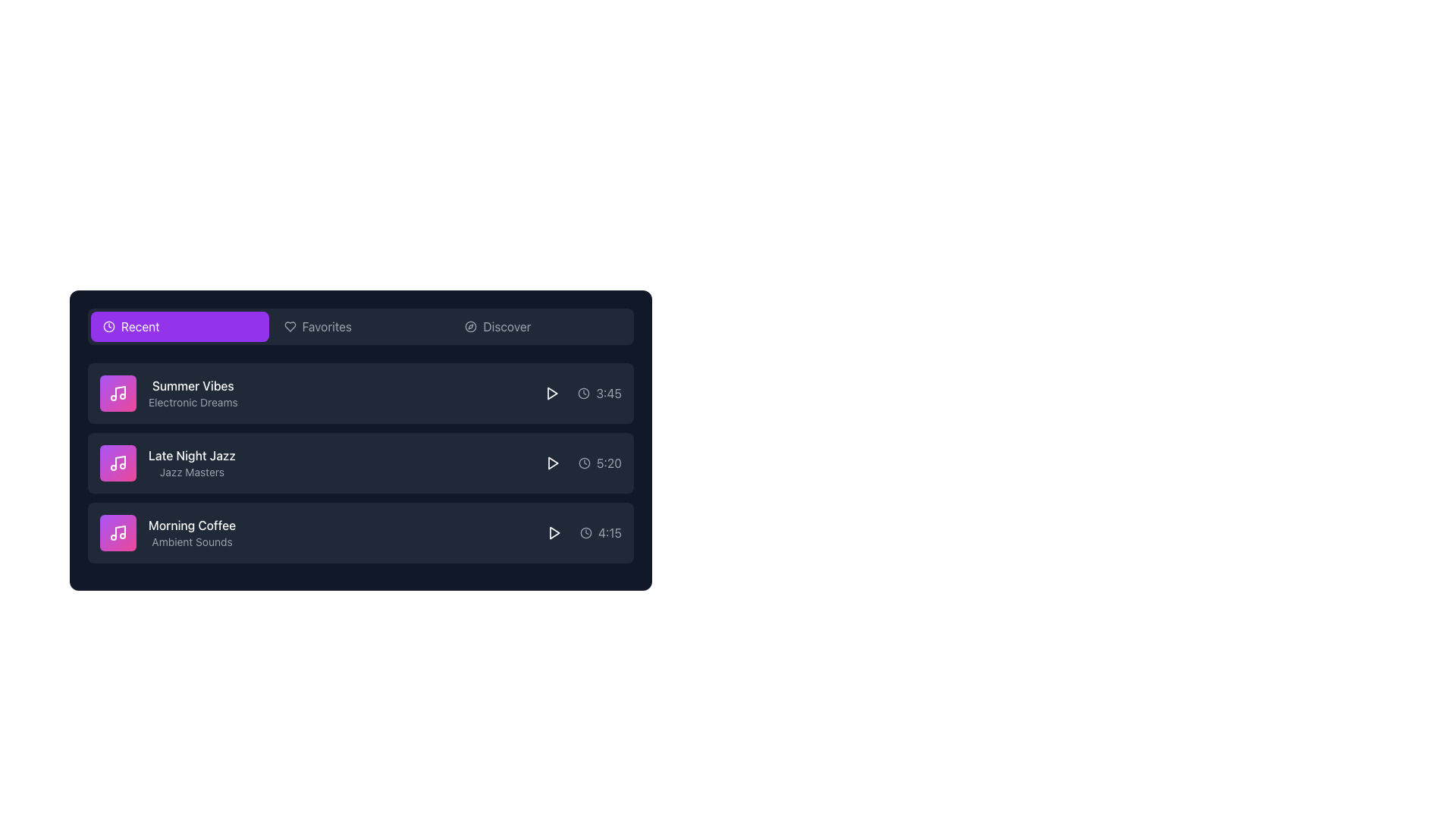 This screenshot has height=819, width=1456. What do you see at coordinates (119, 531) in the screenshot?
I see `the musical note icon within the 'Morning Coffee' music item, which is the third item in the Recent Music category` at bounding box center [119, 531].